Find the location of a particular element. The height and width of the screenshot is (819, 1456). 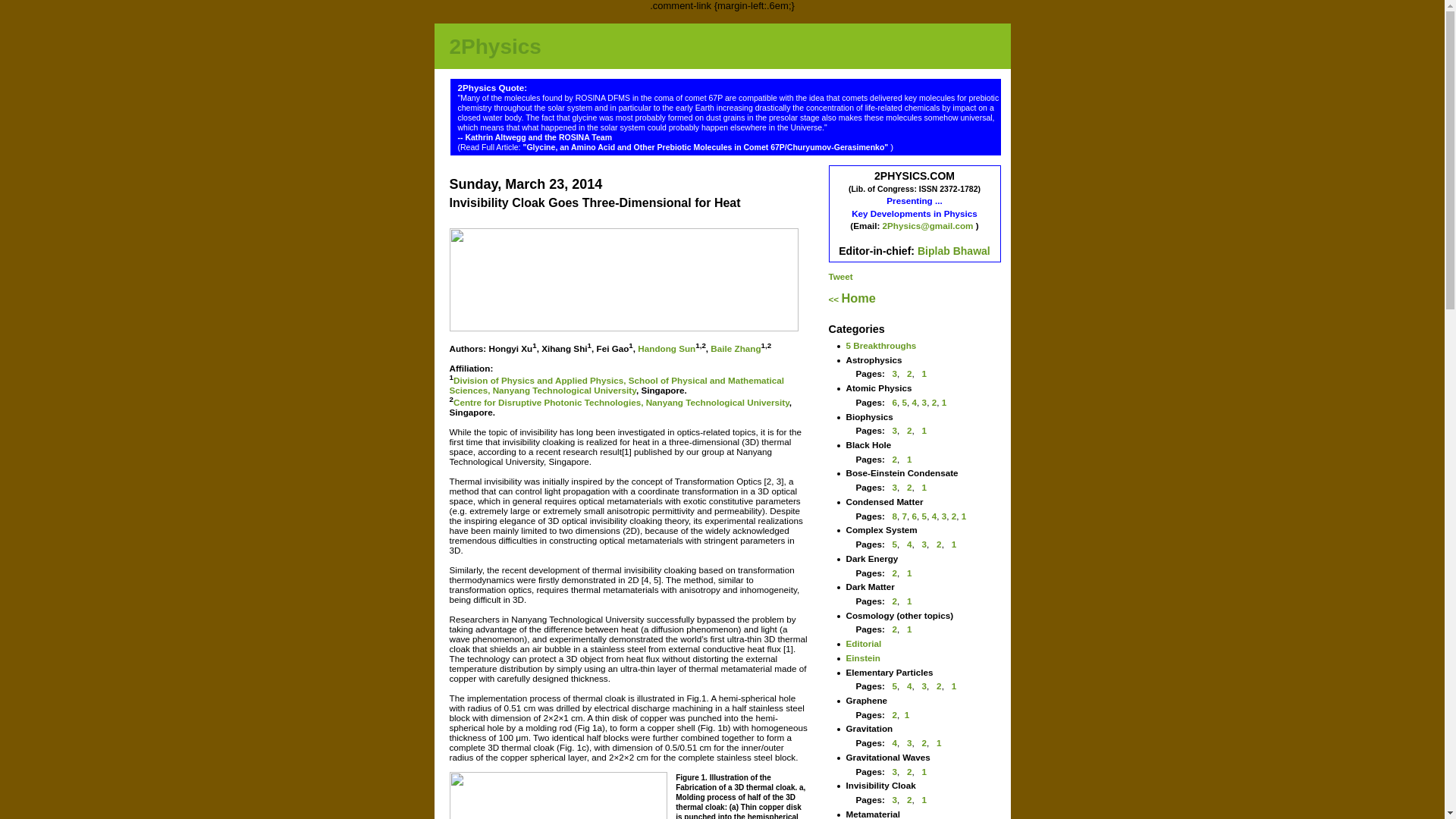

'1' is located at coordinates (909, 600).